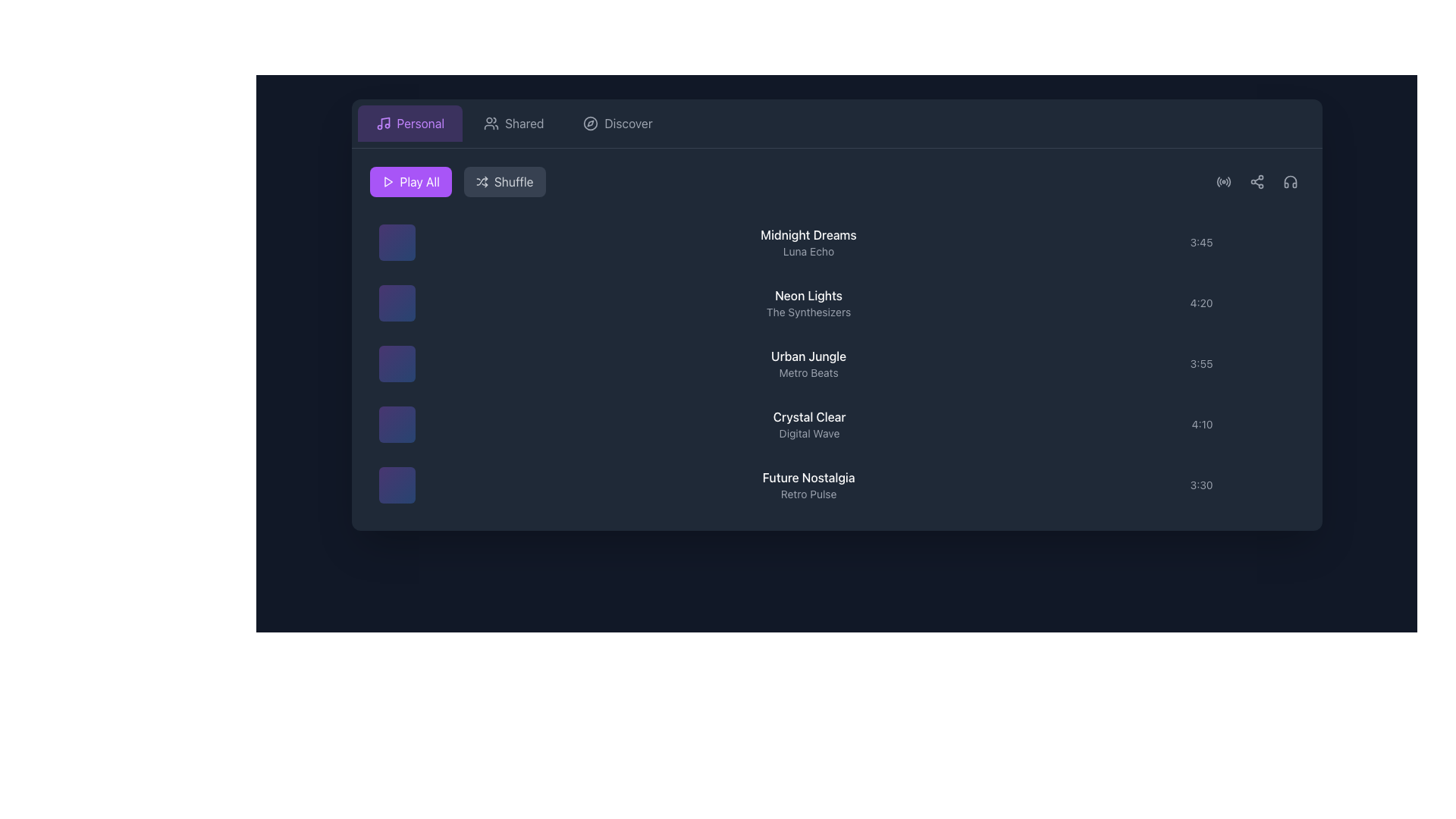 The image size is (1456, 819). Describe the element at coordinates (808, 424) in the screenshot. I see `the Text Component that displays the title and subtitle of a media item or playlist entry, positioned as the fourth item in the list between 'Urban Jungle' and 'Future Nostalgia'` at that location.